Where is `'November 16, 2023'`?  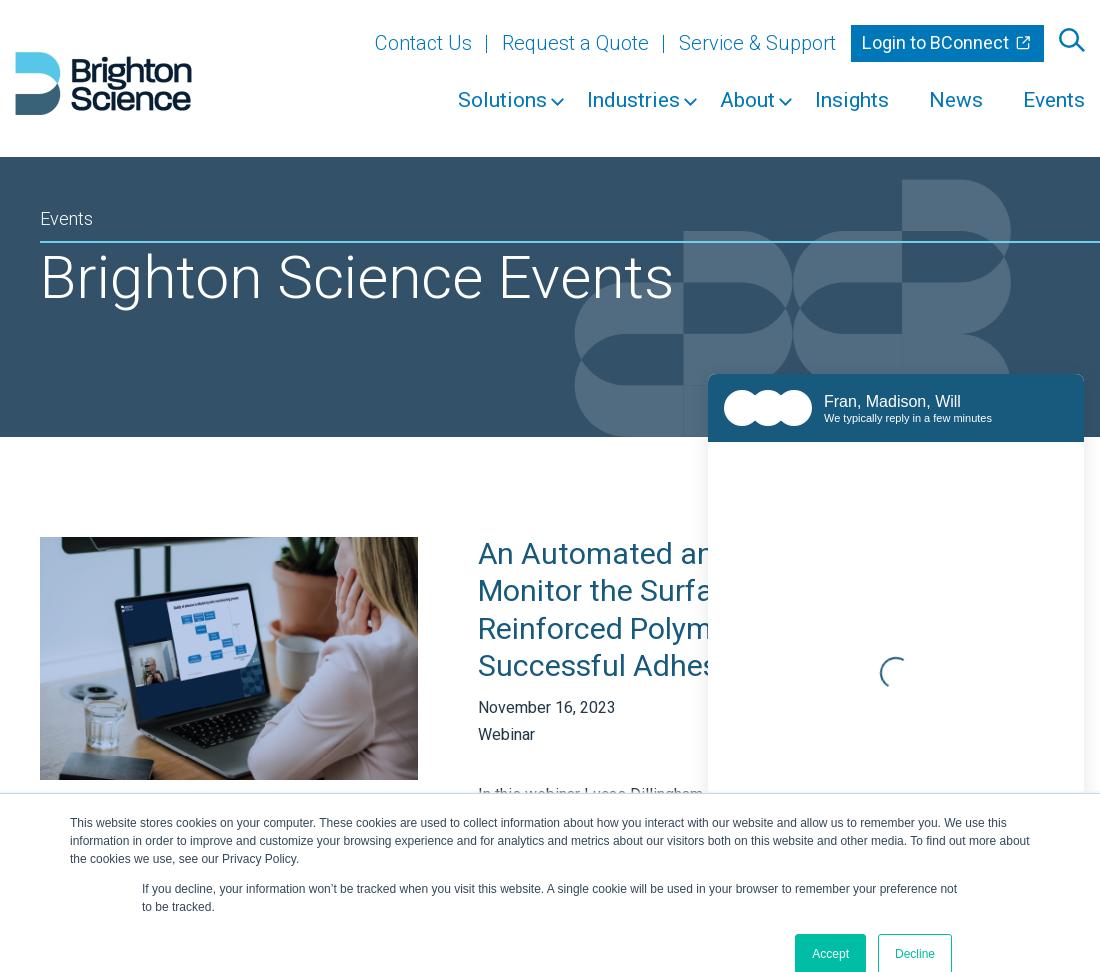
'November 16, 2023' is located at coordinates (547, 706).